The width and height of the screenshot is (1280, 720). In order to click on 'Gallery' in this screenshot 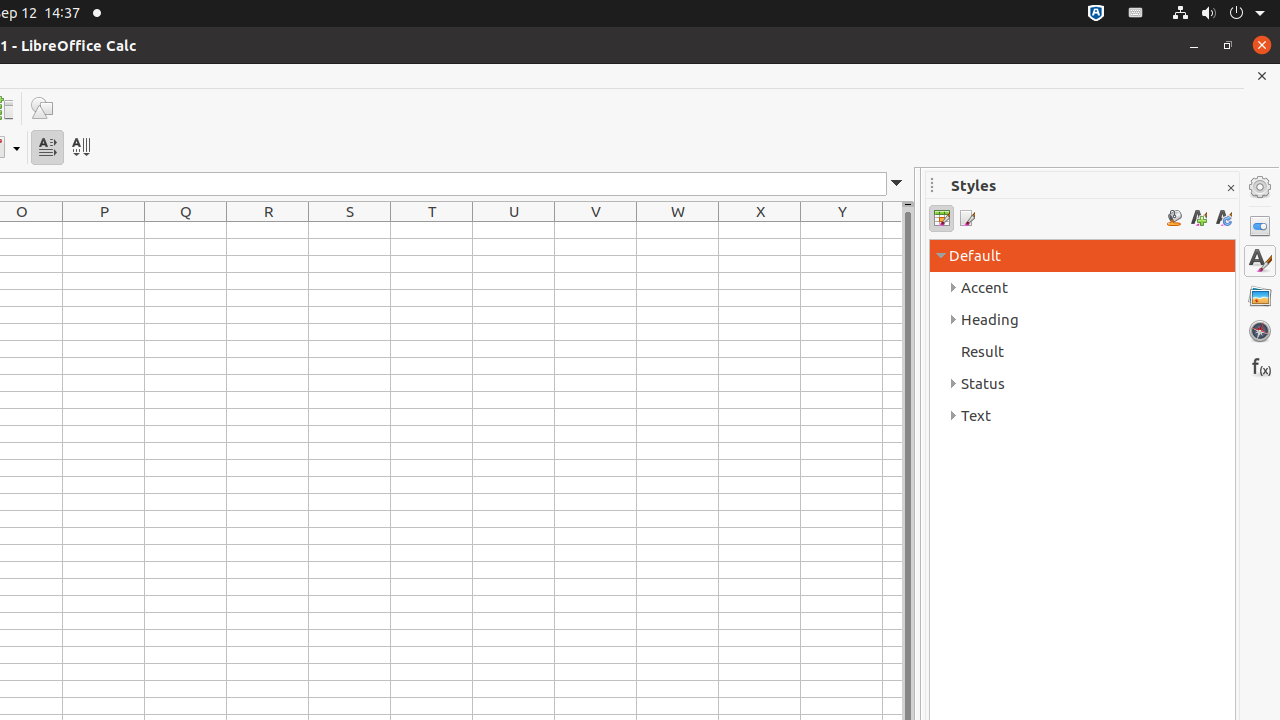, I will do `click(1259, 295)`.